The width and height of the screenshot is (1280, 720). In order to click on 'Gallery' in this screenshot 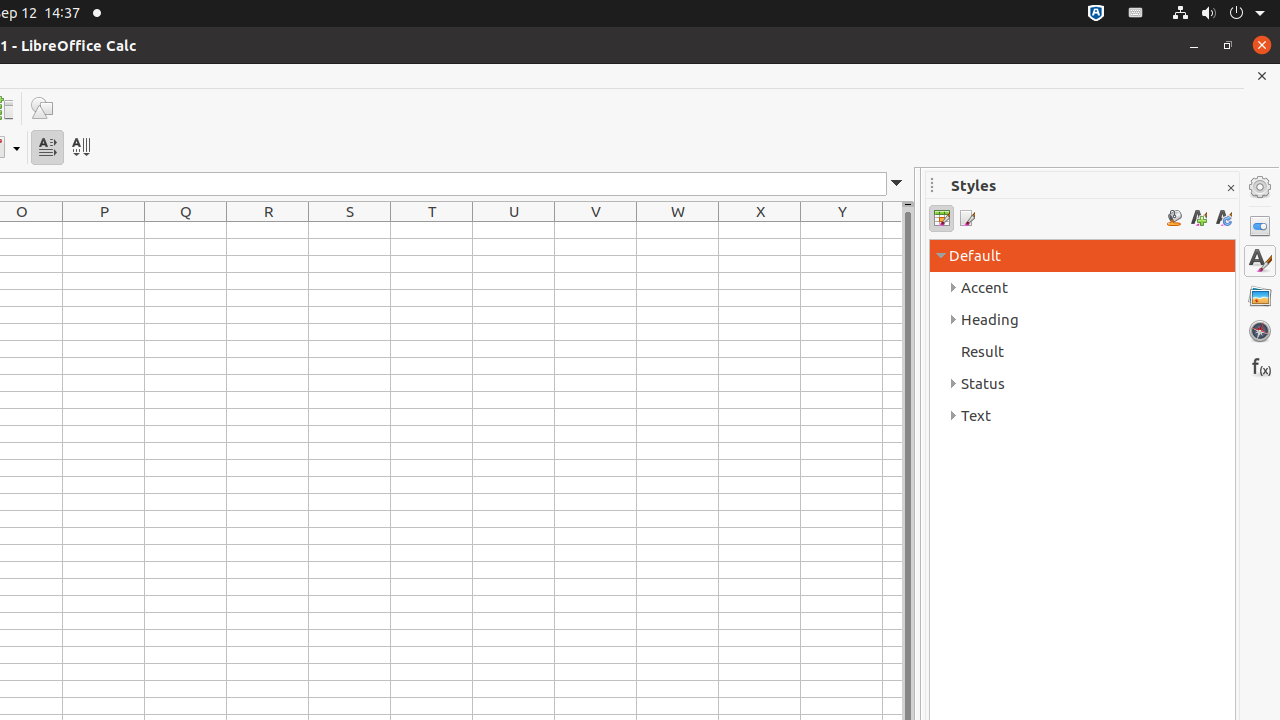, I will do `click(1259, 295)`.